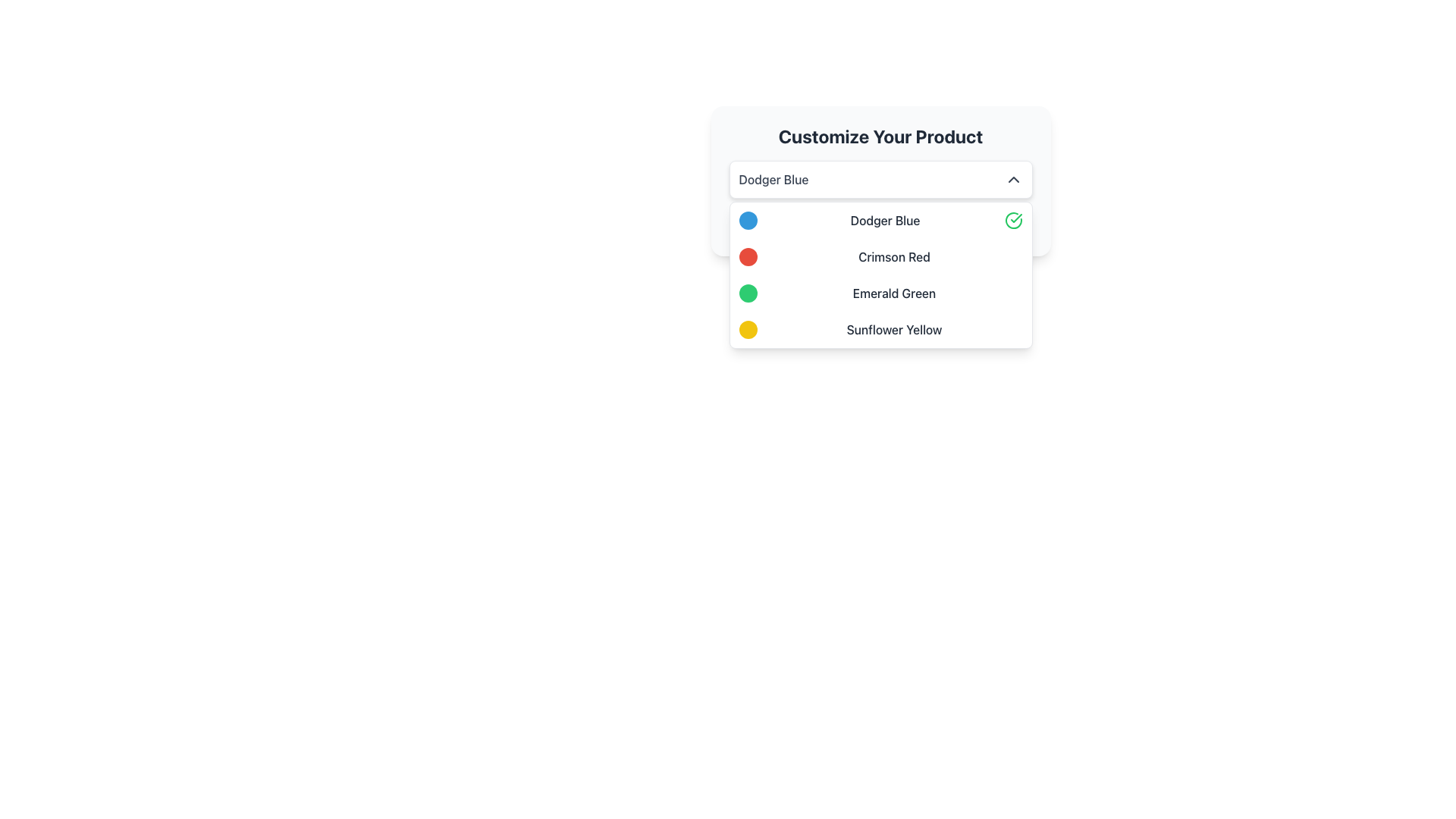 This screenshot has width=1456, height=819. I want to click on the text label displaying 'Sunflower Yellow', which is the fourth option in a dropdown menu, styled with gray text color and a medium font weight, so click(894, 329).